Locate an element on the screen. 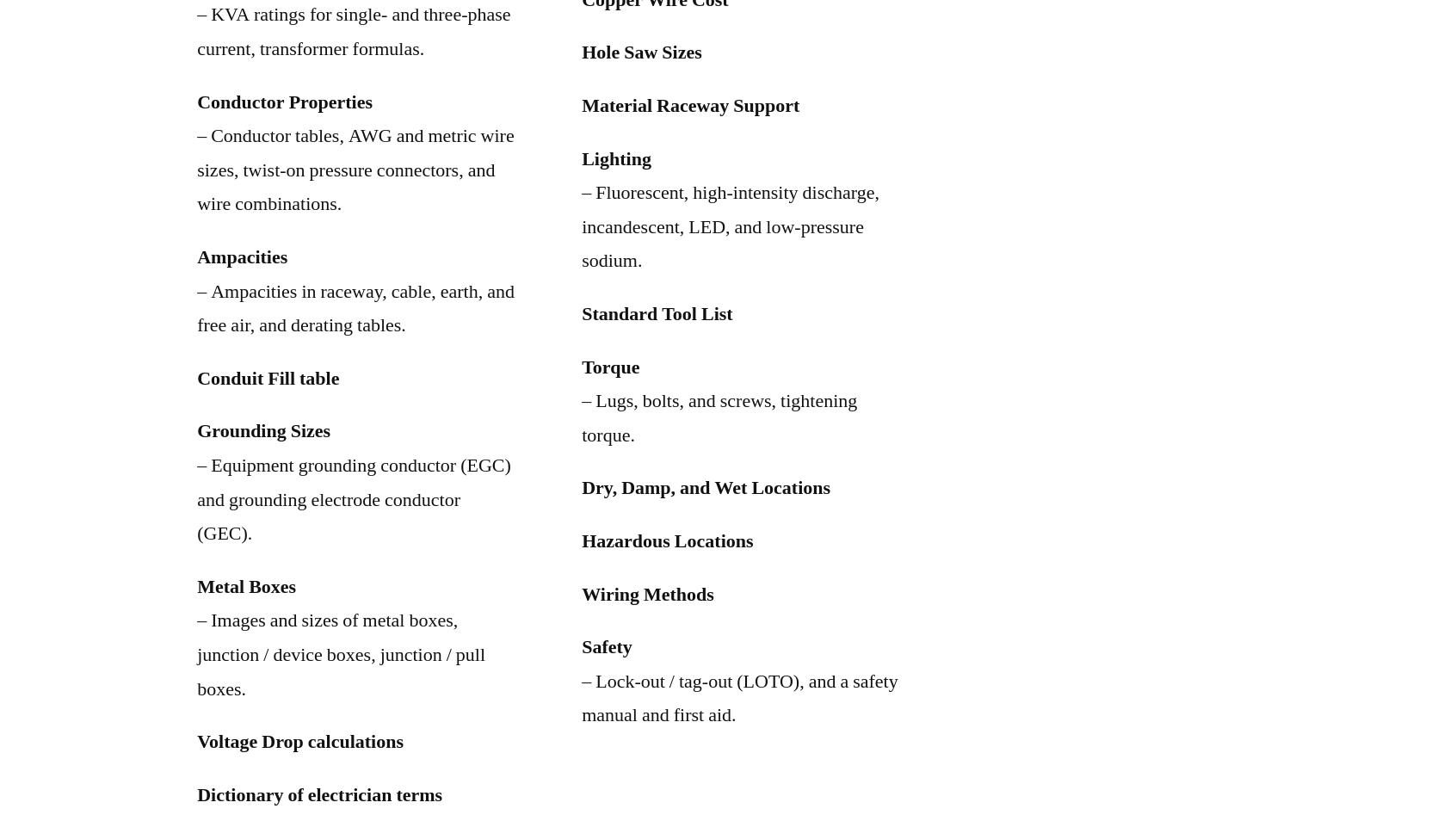 This screenshot has height=821, width=1456. 'Conductor Properties' is located at coordinates (283, 101).